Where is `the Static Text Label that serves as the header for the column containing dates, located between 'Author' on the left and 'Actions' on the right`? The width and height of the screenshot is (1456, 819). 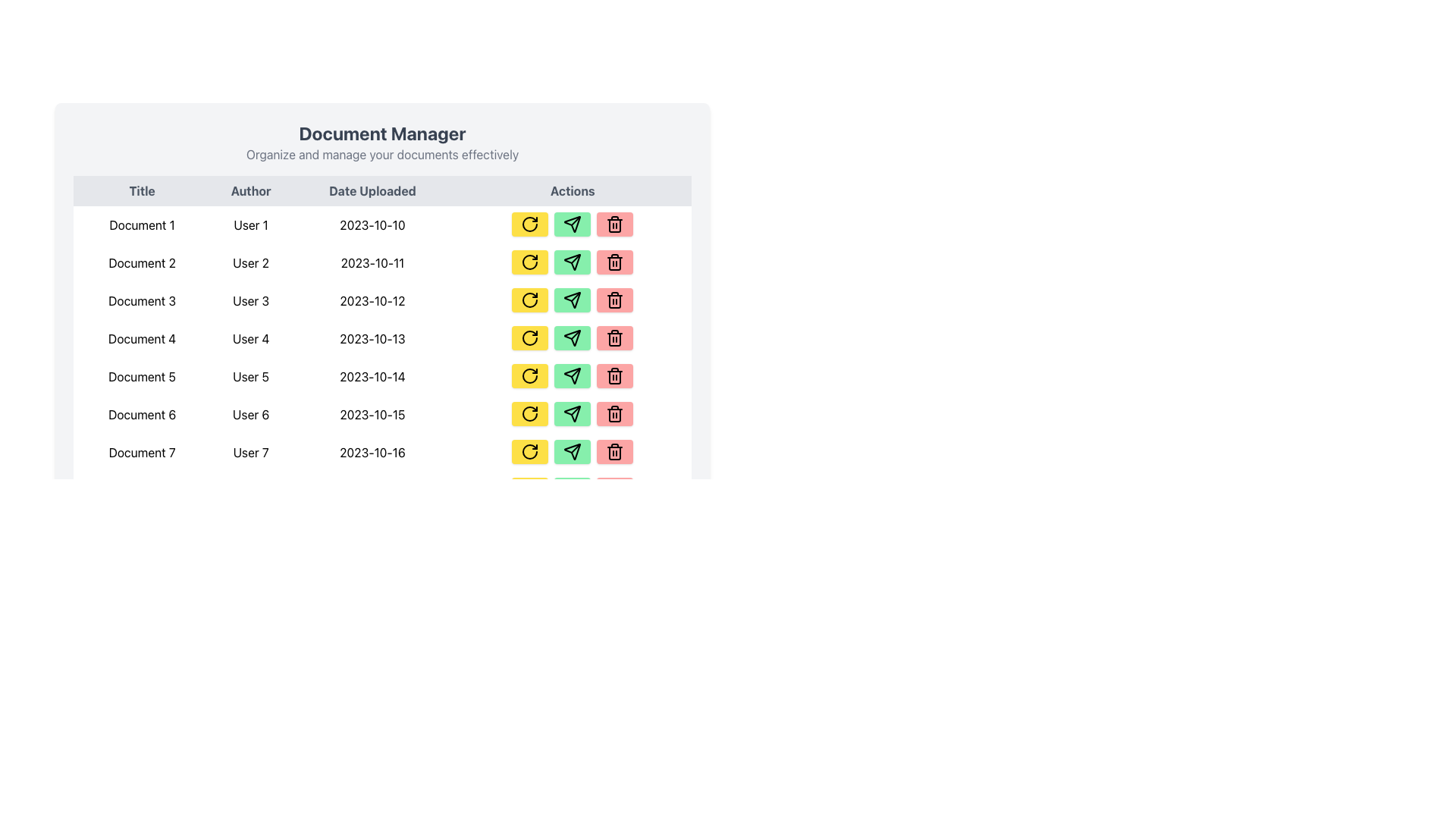 the Static Text Label that serves as the header for the column containing dates, located between 'Author' on the left and 'Actions' on the right is located at coordinates (372, 190).